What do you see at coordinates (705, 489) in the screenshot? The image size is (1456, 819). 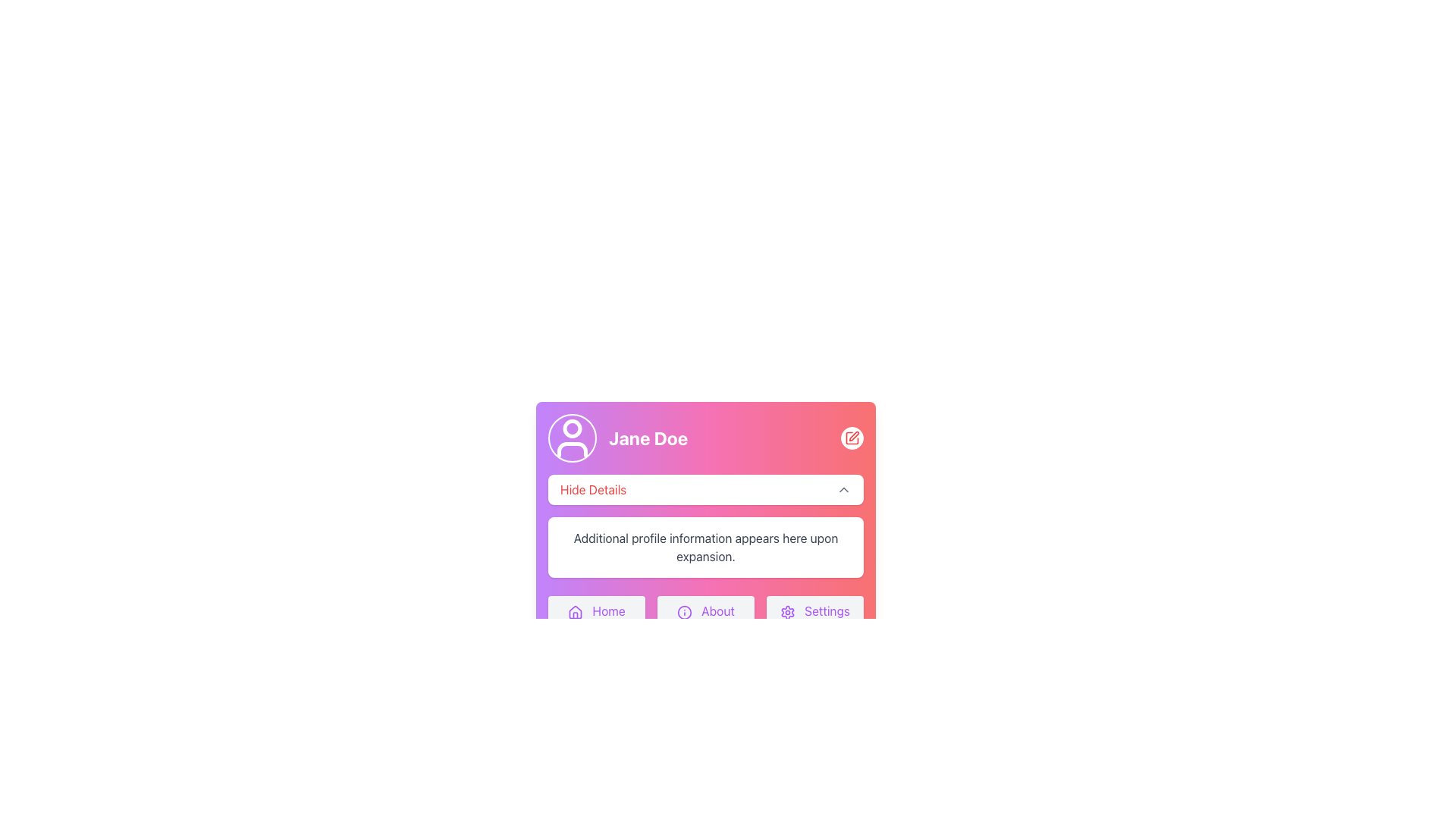 I see `the button located below the user's name 'Jane Doe'` at bounding box center [705, 489].